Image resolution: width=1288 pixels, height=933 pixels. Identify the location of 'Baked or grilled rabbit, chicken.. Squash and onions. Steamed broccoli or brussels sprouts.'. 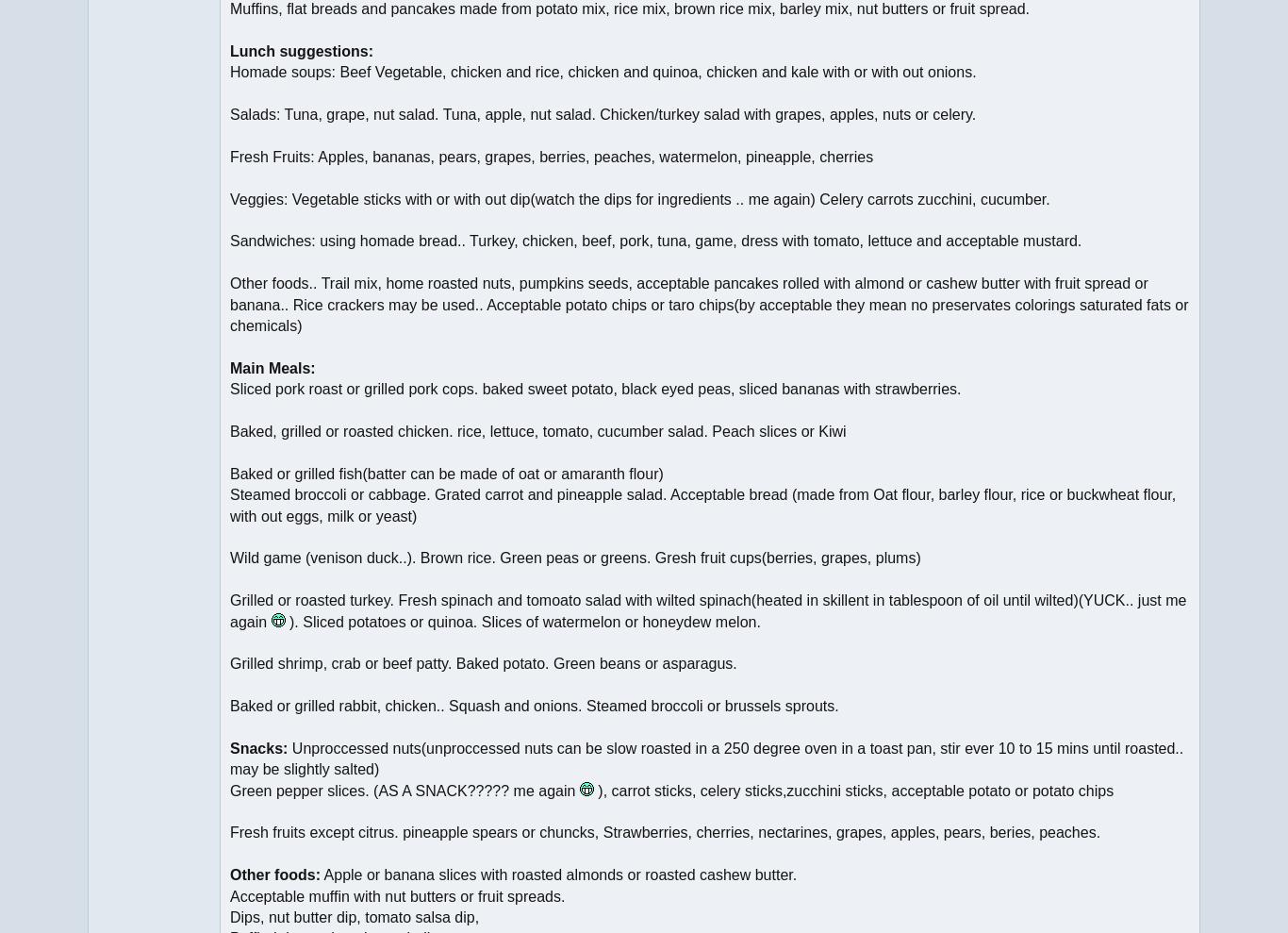
(534, 706).